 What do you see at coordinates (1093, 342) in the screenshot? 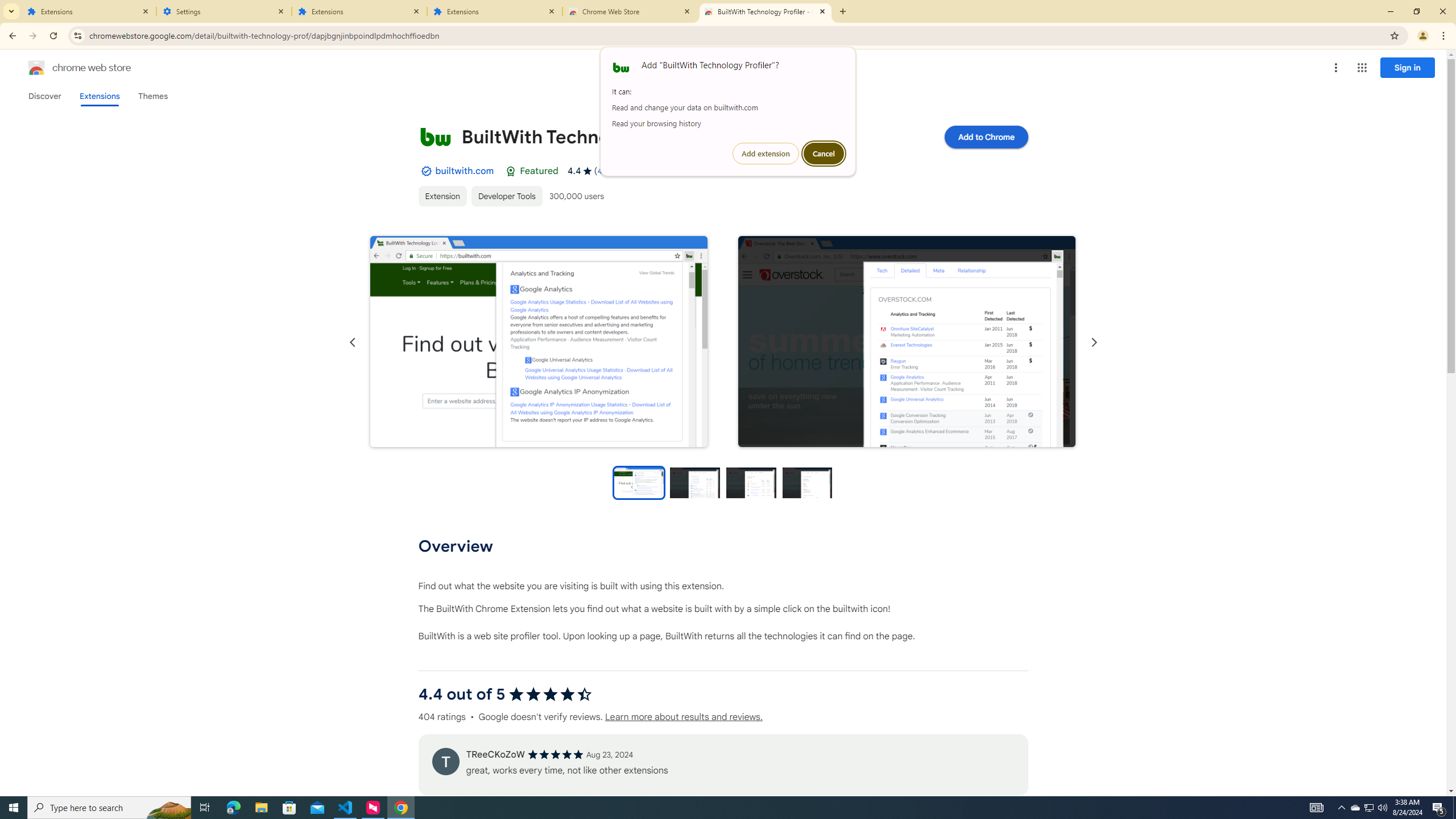
I see `'Next slide'` at bounding box center [1093, 342].